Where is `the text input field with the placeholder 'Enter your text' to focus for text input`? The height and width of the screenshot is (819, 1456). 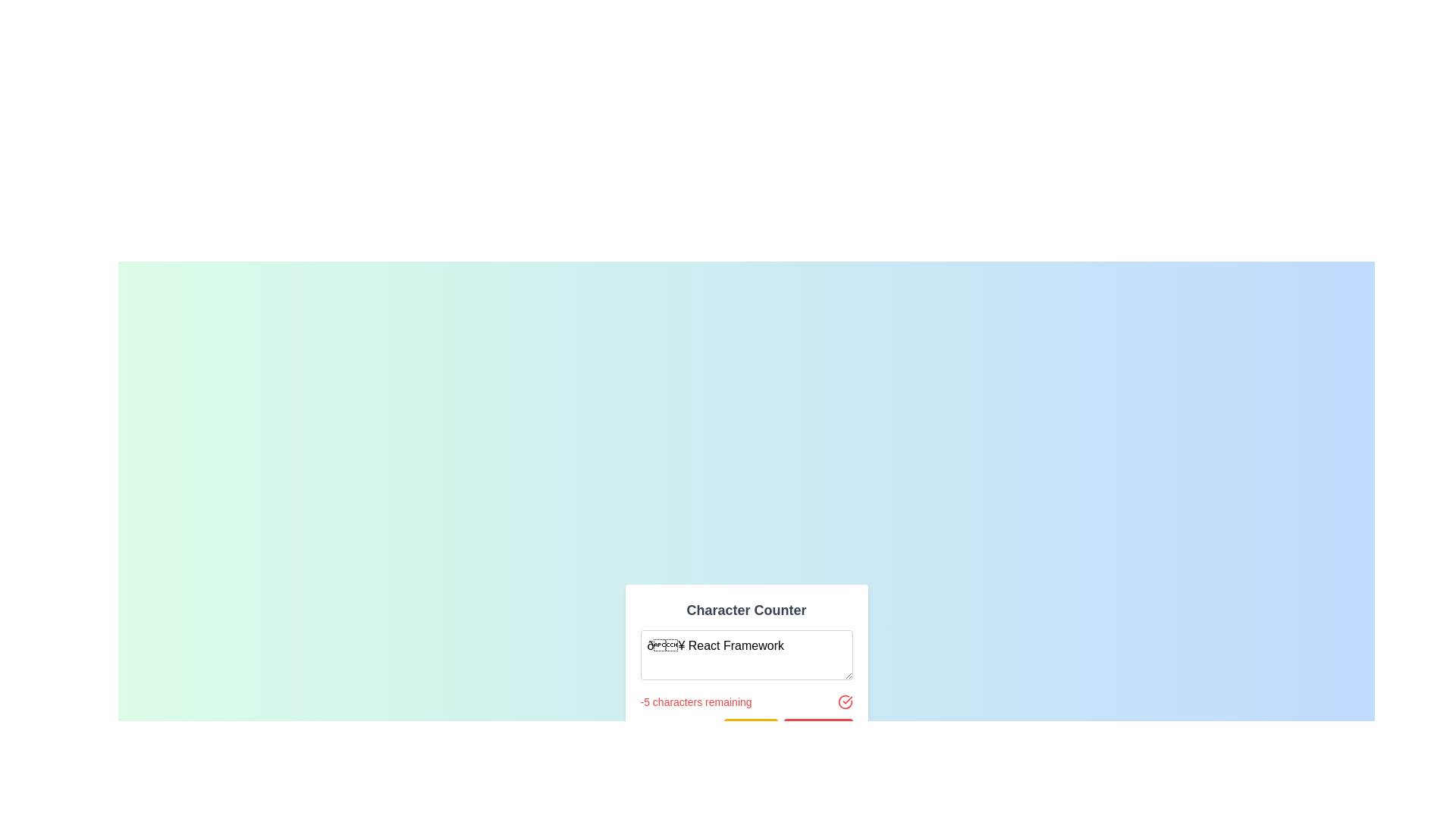
the text input field with the placeholder 'Enter your text' to focus for text input is located at coordinates (746, 654).